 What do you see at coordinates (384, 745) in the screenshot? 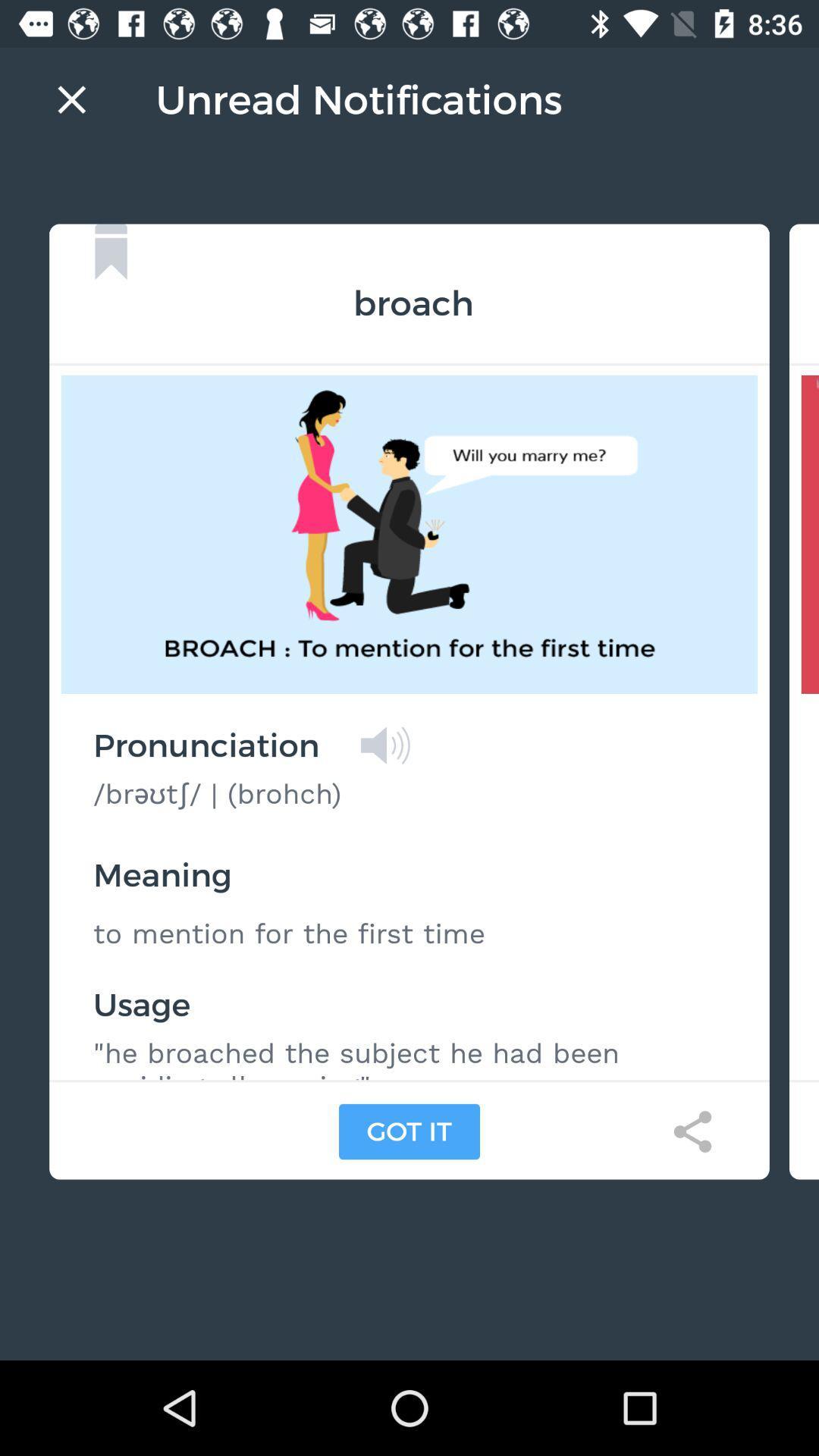
I see `listen to pronunciation` at bounding box center [384, 745].